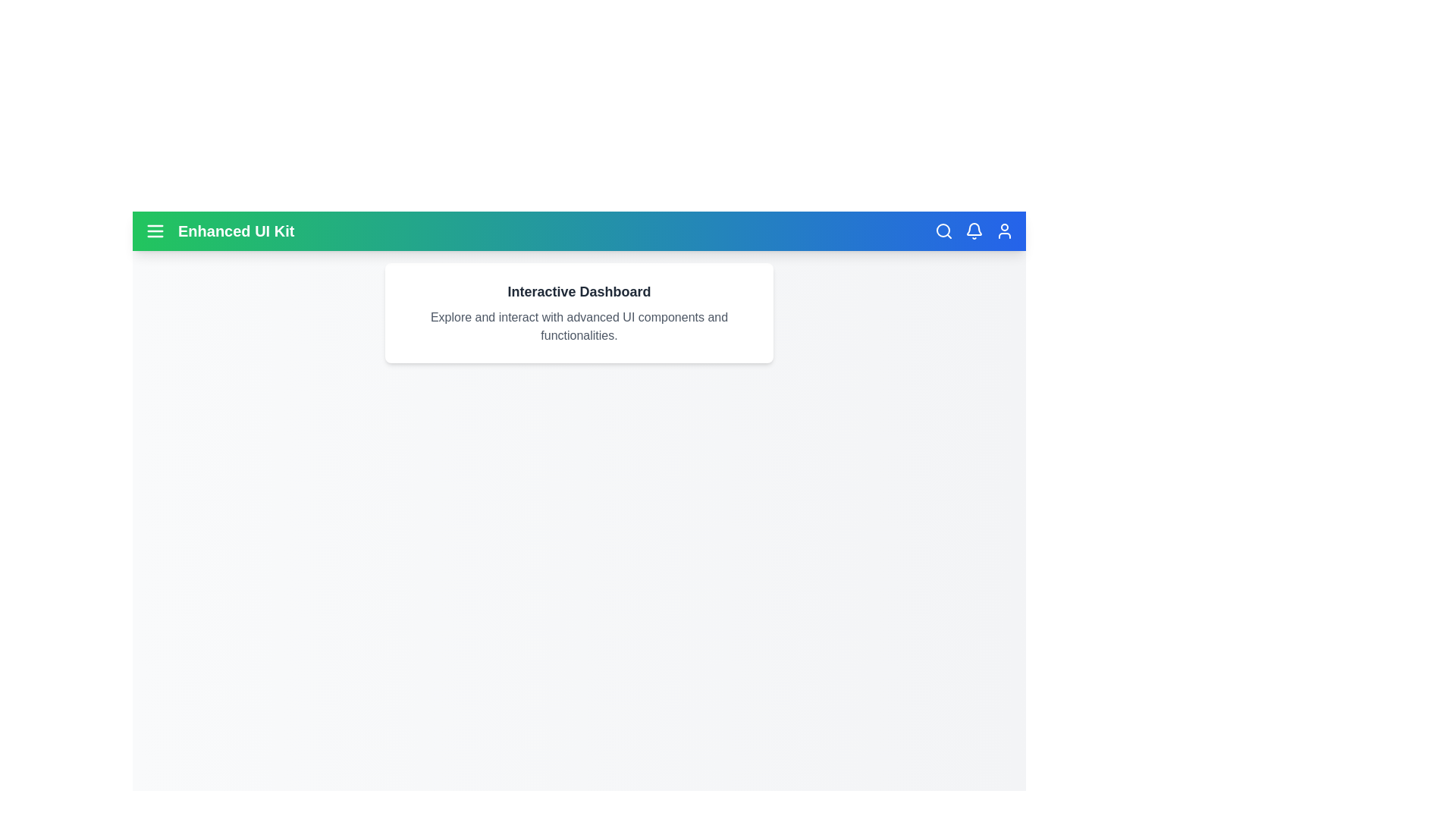 Image resolution: width=1456 pixels, height=819 pixels. I want to click on menu icon to toggle the menu open or closed, so click(155, 231).